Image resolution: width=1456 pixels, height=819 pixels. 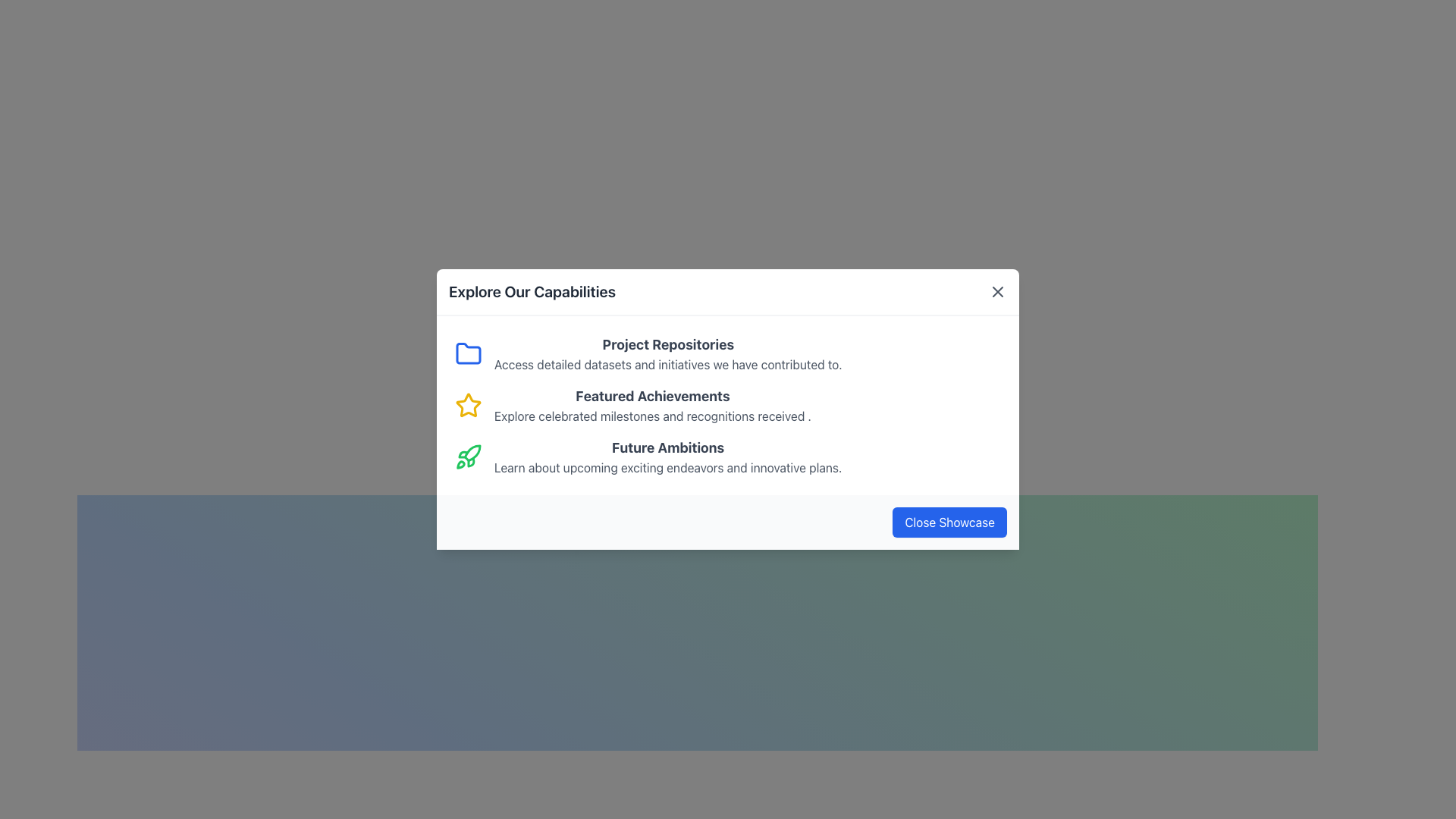 I want to click on the 'Project Repositories' icon located in the first row of the list under 'Explore Our Capabilities' for emergent visual effects, so click(x=468, y=353).